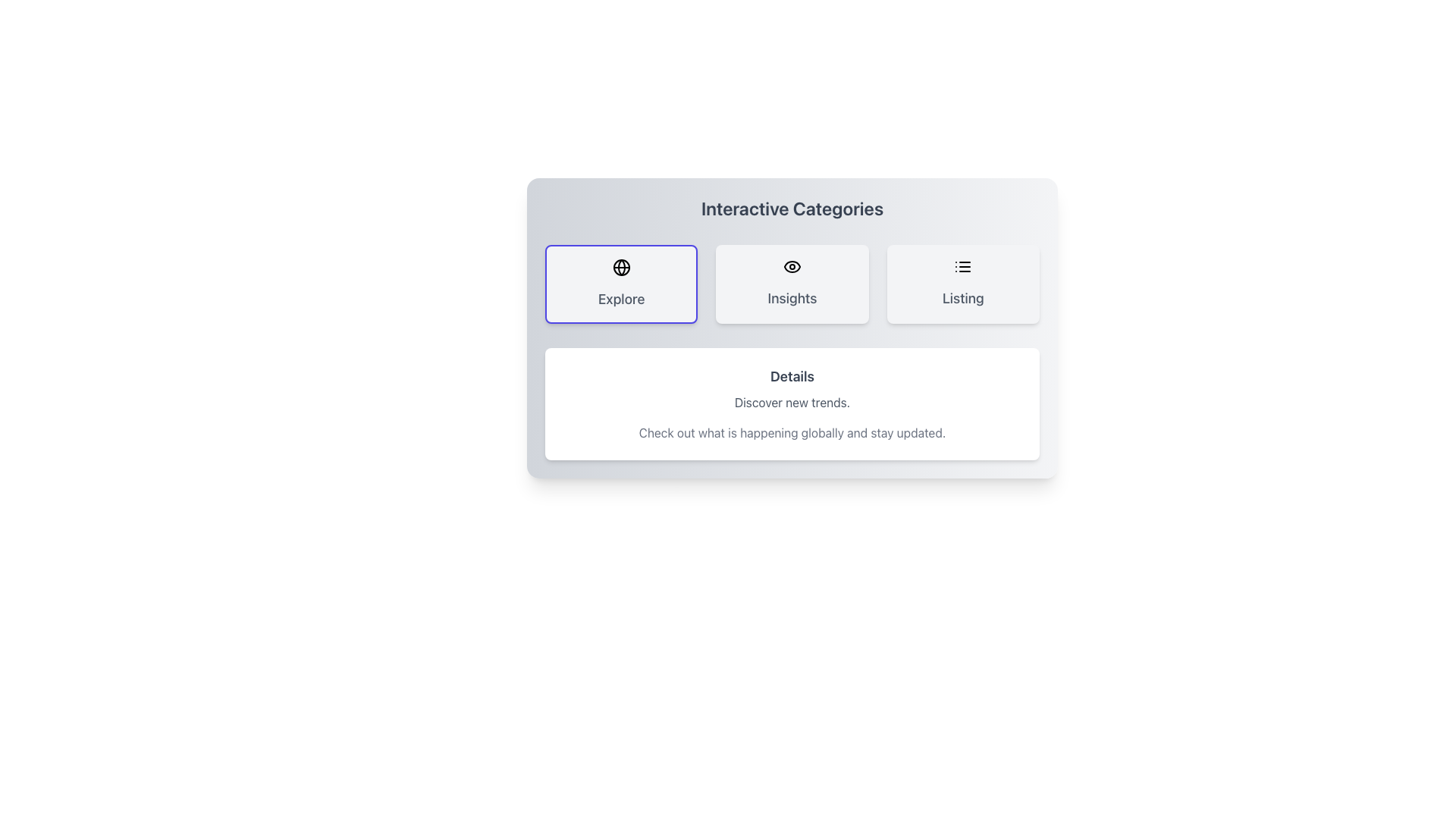  What do you see at coordinates (792, 284) in the screenshot?
I see `the section labeled 'Insights' in the Navigation menu located below the title 'Interactive Categories'` at bounding box center [792, 284].